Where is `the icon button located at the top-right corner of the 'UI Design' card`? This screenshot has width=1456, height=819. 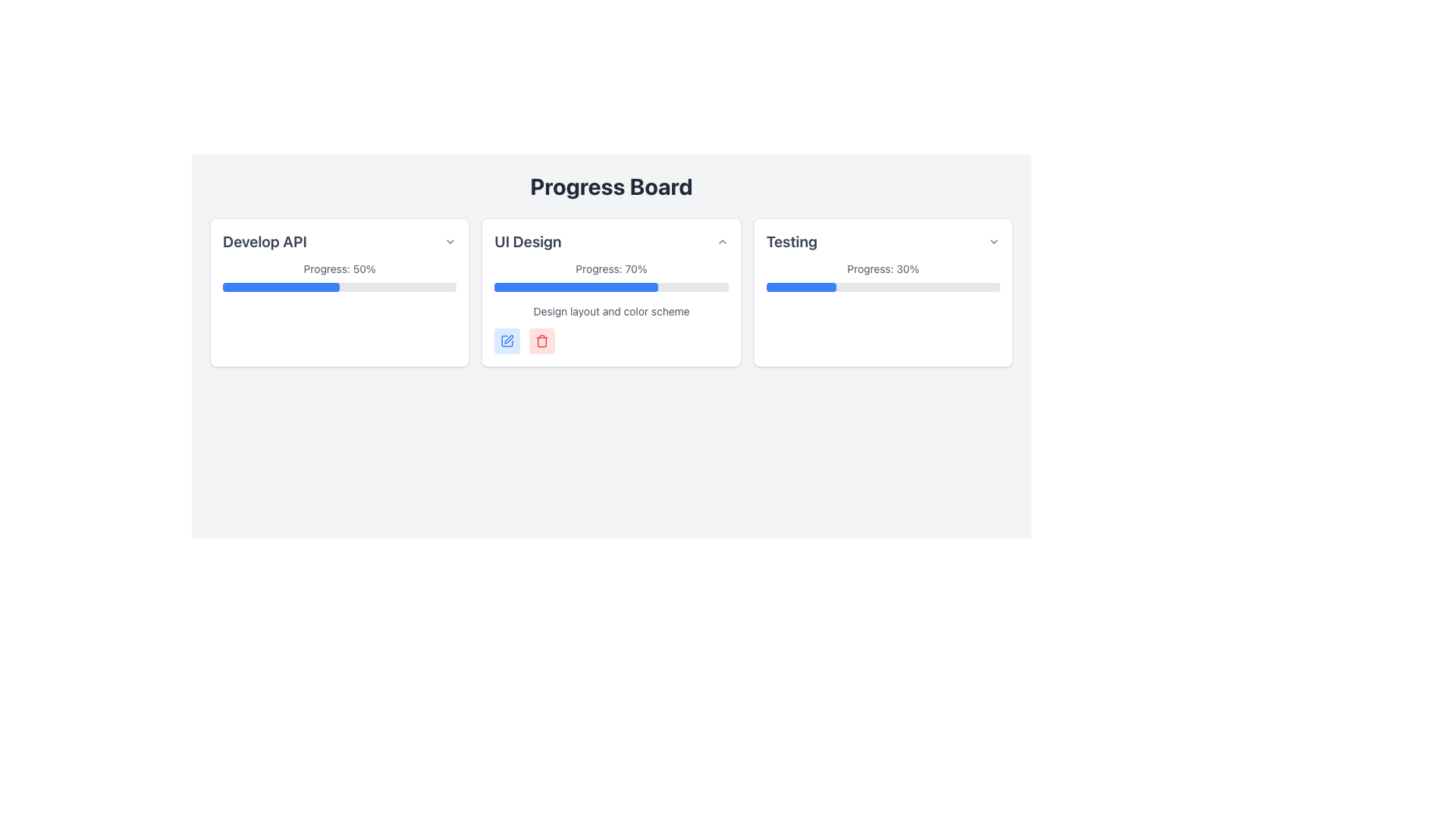
the icon button located at the top-right corner of the 'UI Design' card is located at coordinates (721, 241).